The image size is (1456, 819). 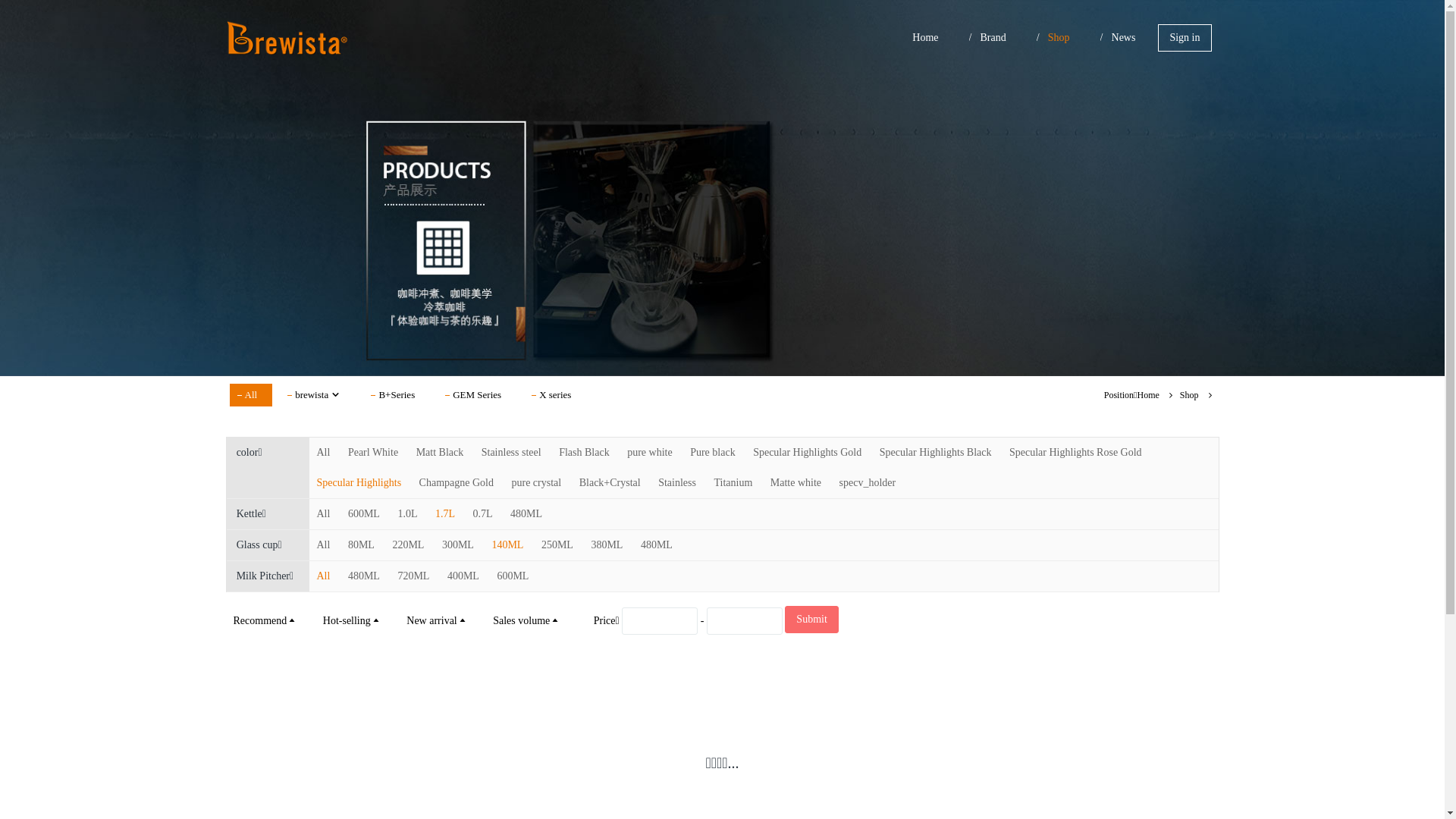 What do you see at coordinates (360, 544) in the screenshot?
I see `'80ML'` at bounding box center [360, 544].